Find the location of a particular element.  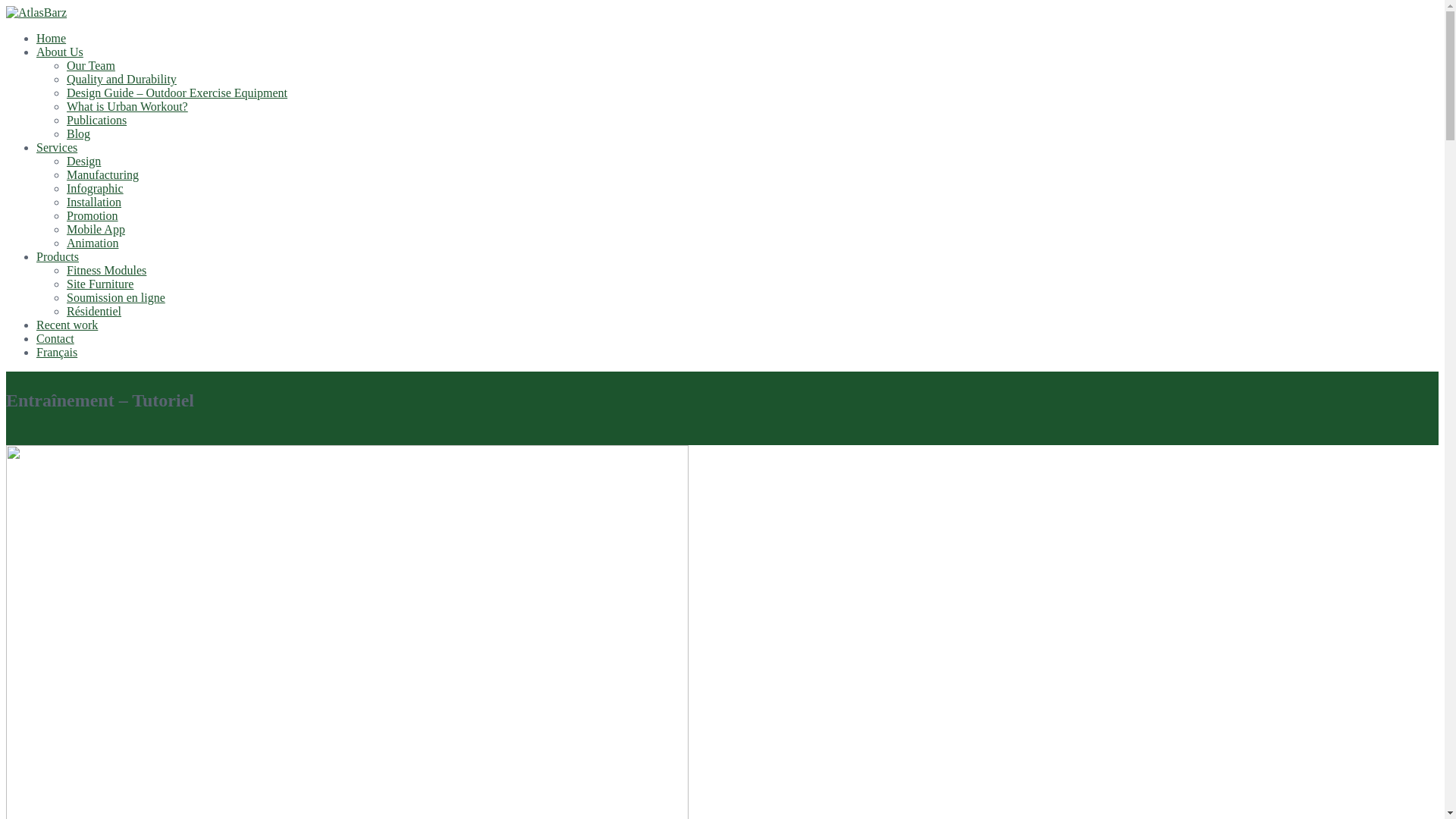

'Design' is located at coordinates (83, 161).